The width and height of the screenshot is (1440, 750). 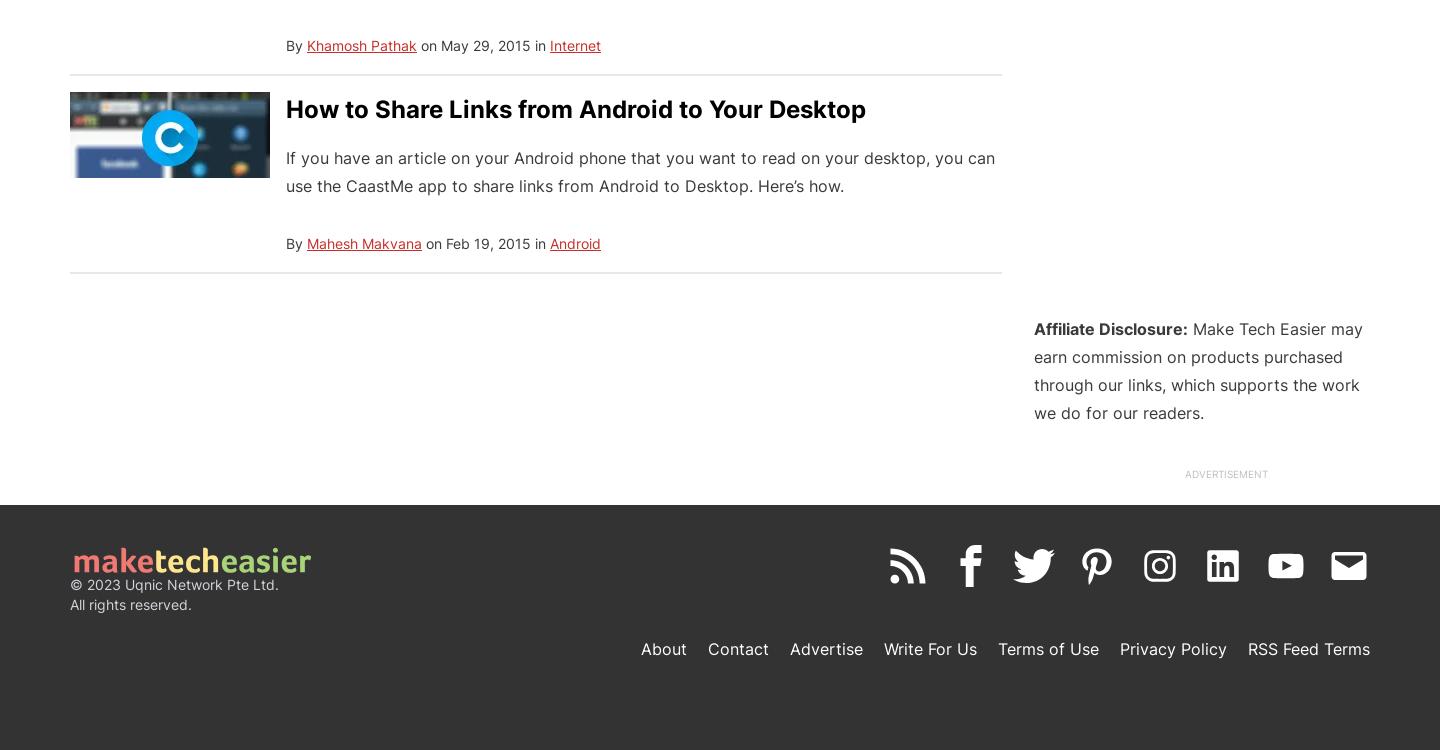 I want to click on 'Advertise', so click(x=826, y=648).